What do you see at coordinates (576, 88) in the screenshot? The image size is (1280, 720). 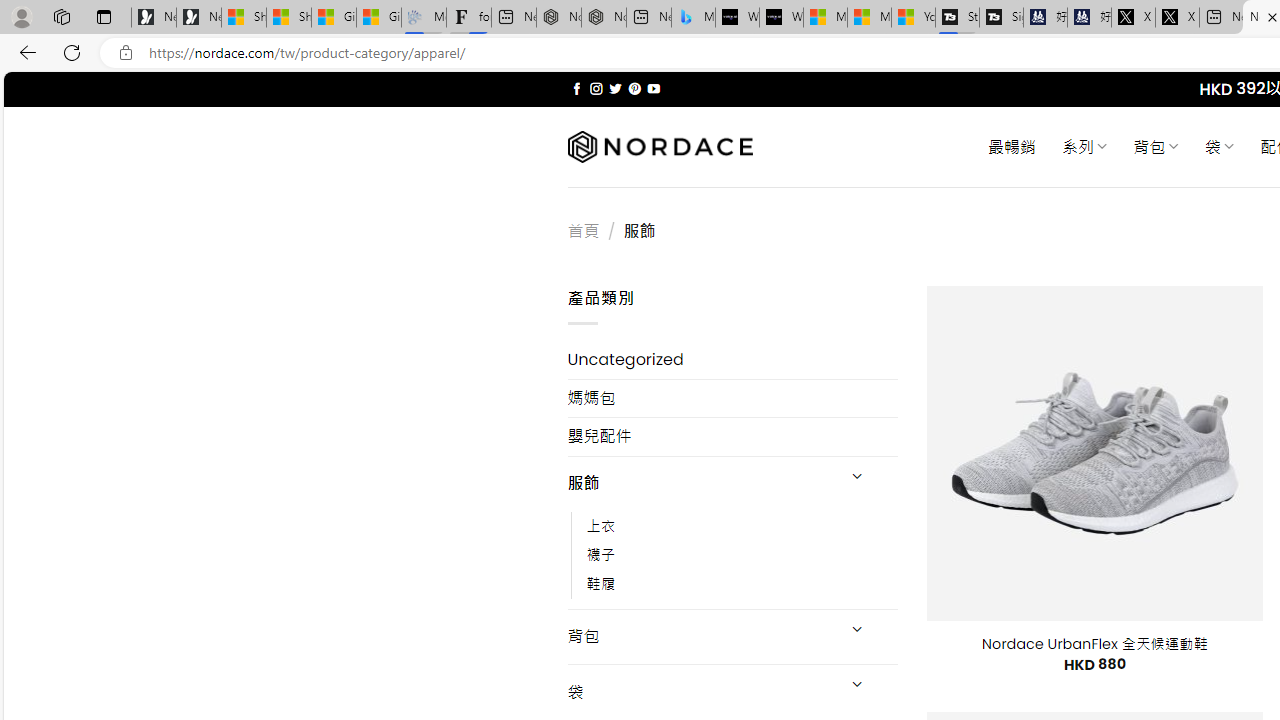 I see `'Follow on Facebook'` at bounding box center [576, 88].